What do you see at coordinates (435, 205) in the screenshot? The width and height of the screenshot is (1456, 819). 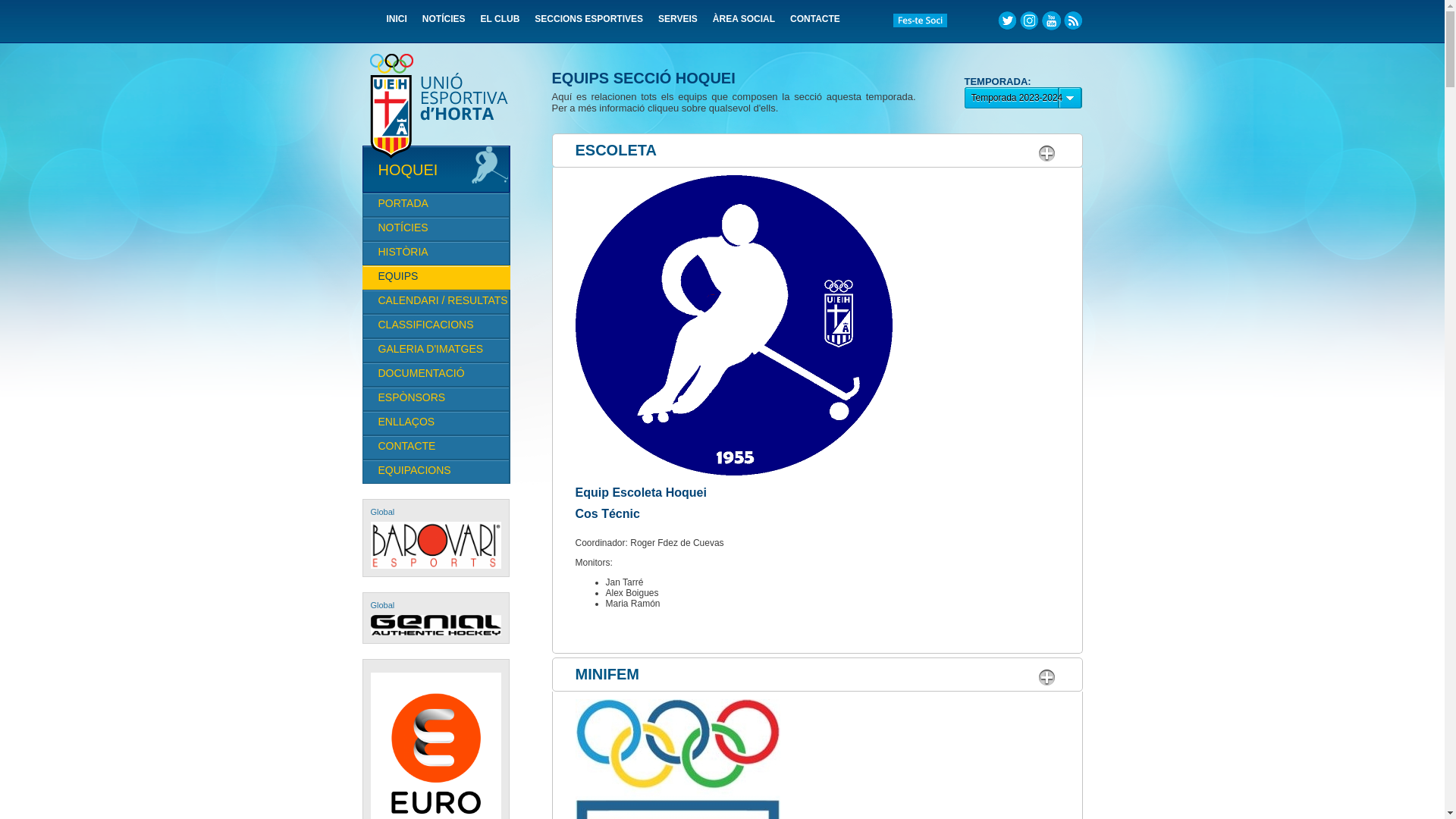 I see `'PORTADA'` at bounding box center [435, 205].